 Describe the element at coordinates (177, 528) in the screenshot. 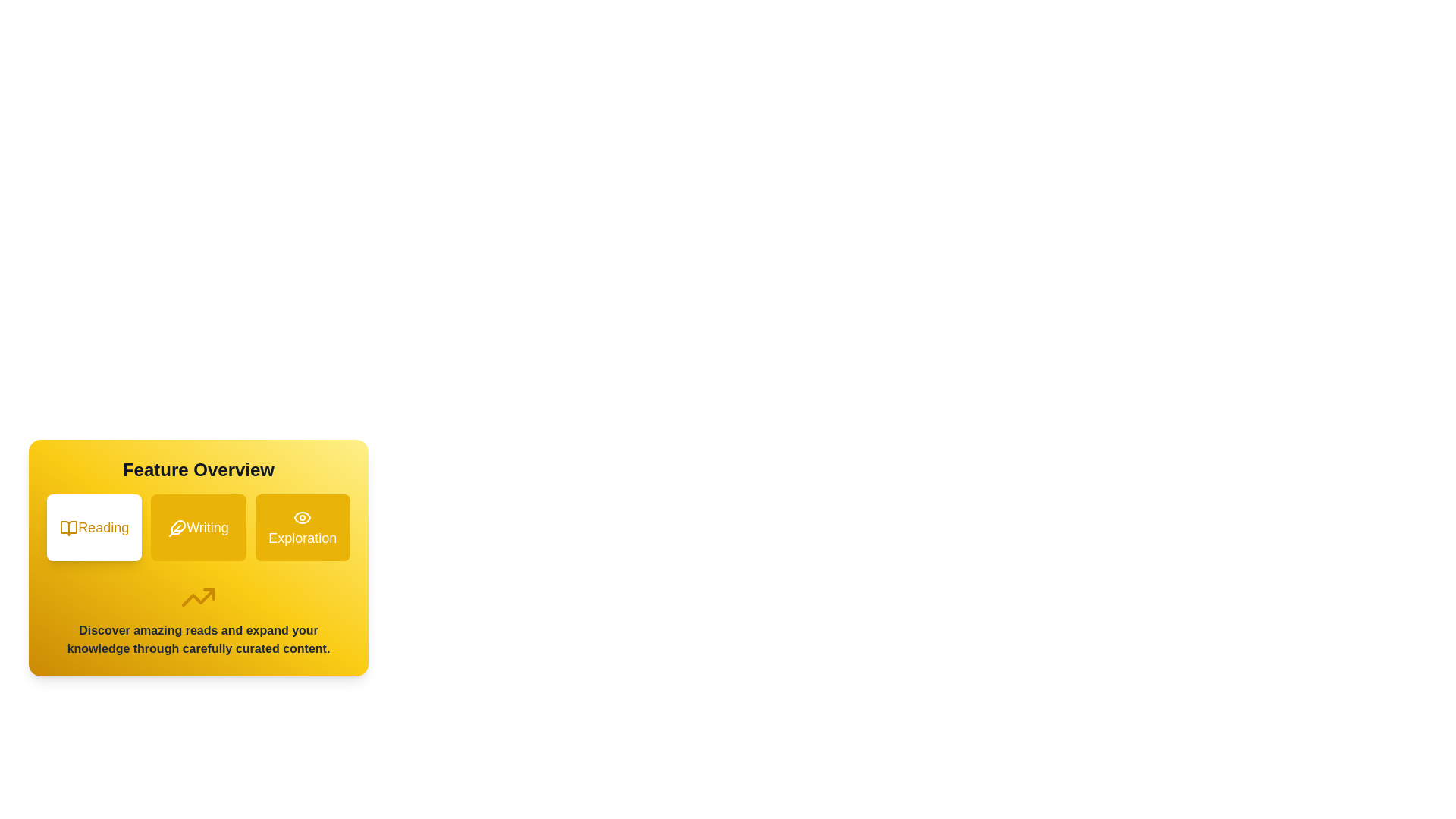

I see `the stylized feather icon with a slim outline, rendered in white against an orange background` at that location.